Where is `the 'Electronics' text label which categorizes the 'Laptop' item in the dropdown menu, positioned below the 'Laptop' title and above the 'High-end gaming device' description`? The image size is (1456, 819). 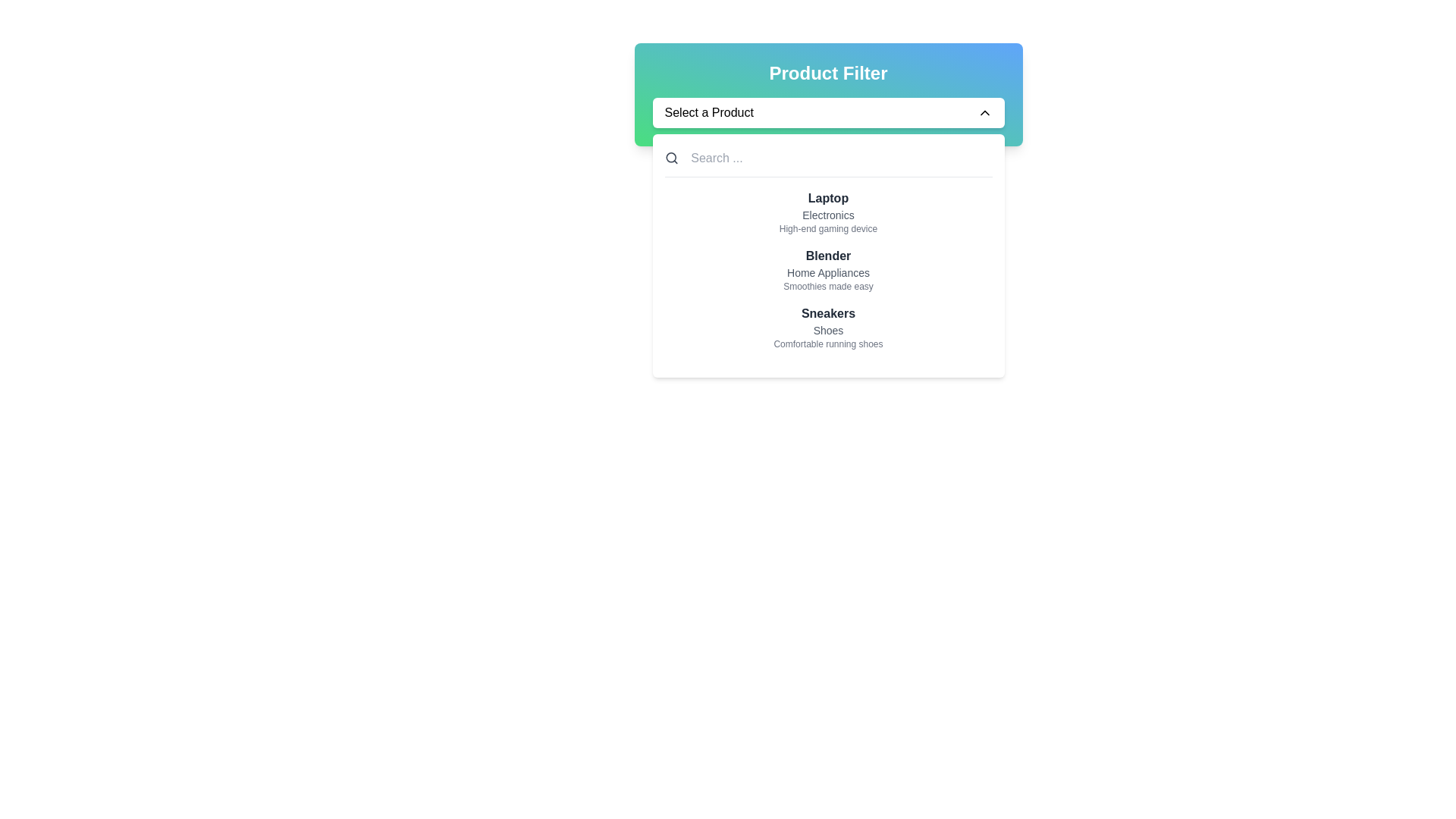 the 'Electronics' text label which categorizes the 'Laptop' item in the dropdown menu, positioned below the 'Laptop' title and above the 'High-end gaming device' description is located at coordinates (827, 215).